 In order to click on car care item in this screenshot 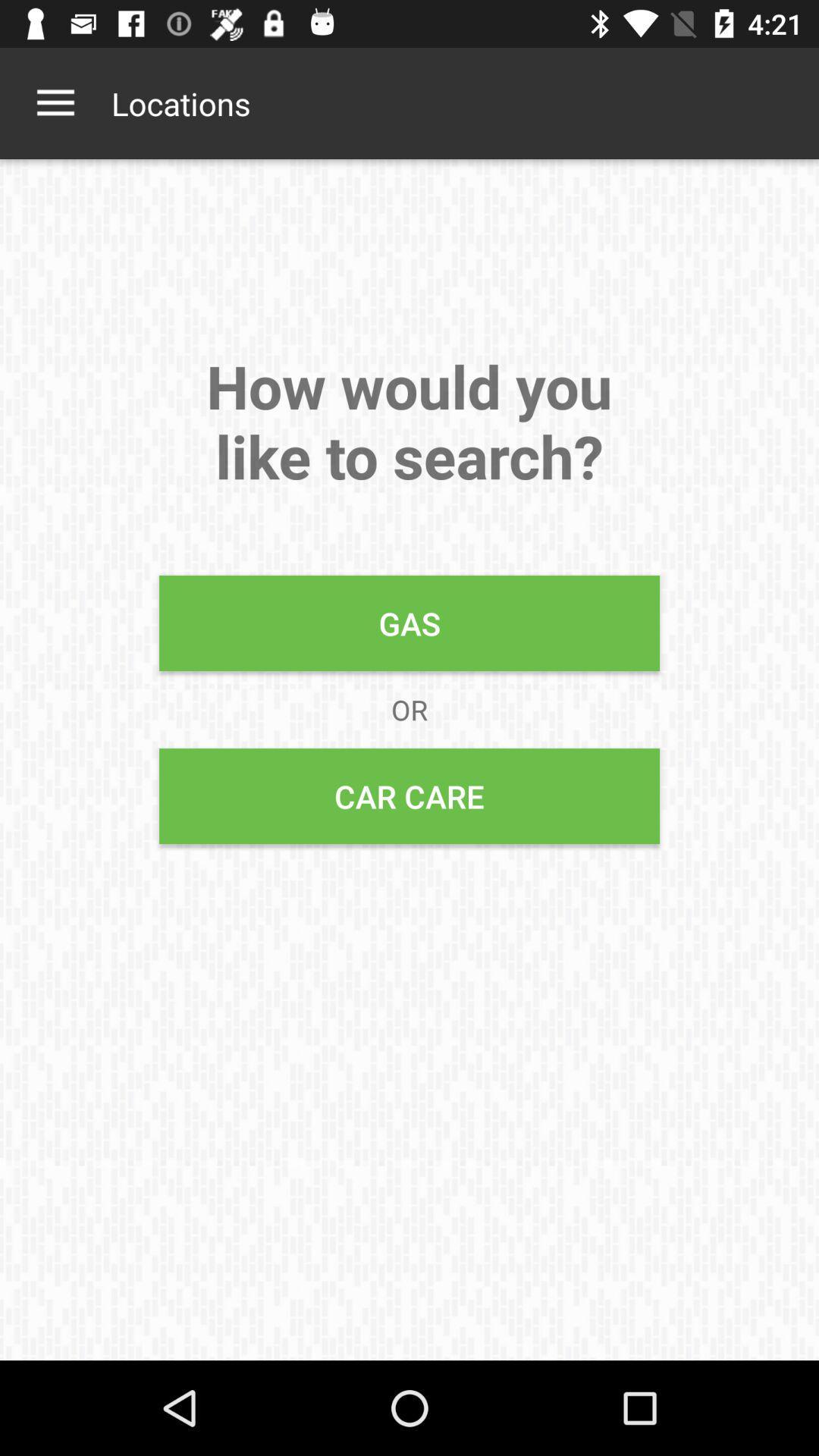, I will do `click(409, 795)`.